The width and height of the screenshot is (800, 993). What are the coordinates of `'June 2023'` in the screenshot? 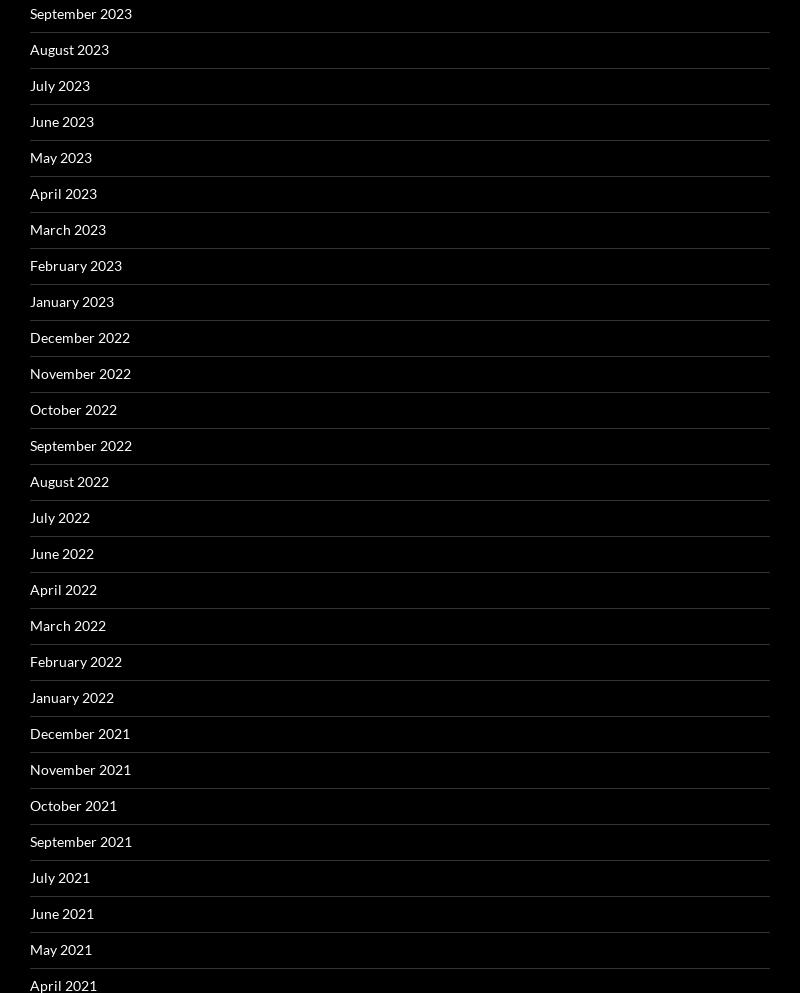 It's located at (61, 120).